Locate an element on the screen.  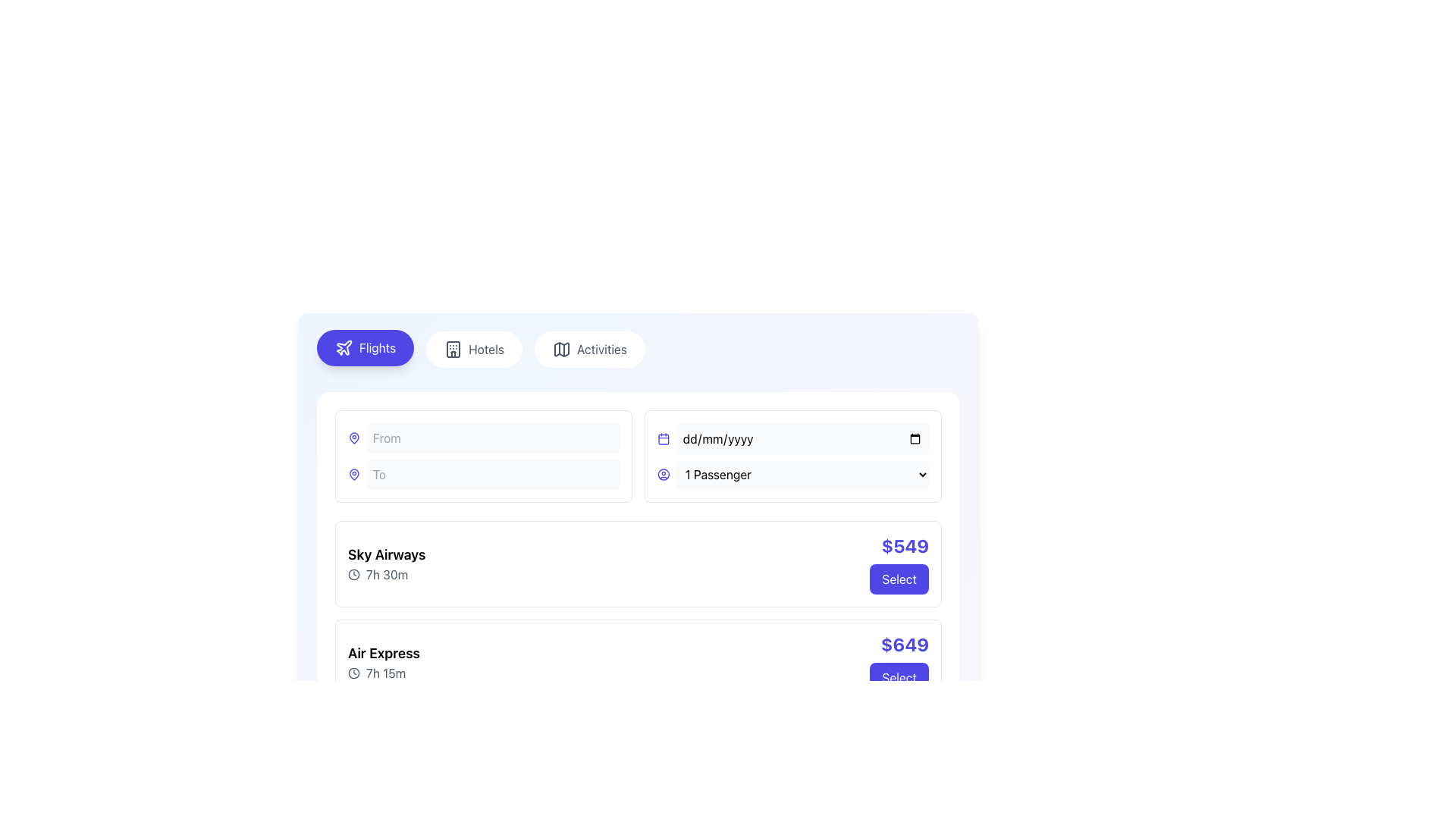
the text within the input field group that includes a blue pin icon and a placeholder indicating 'From', located above the 'To' input field is located at coordinates (483, 438).